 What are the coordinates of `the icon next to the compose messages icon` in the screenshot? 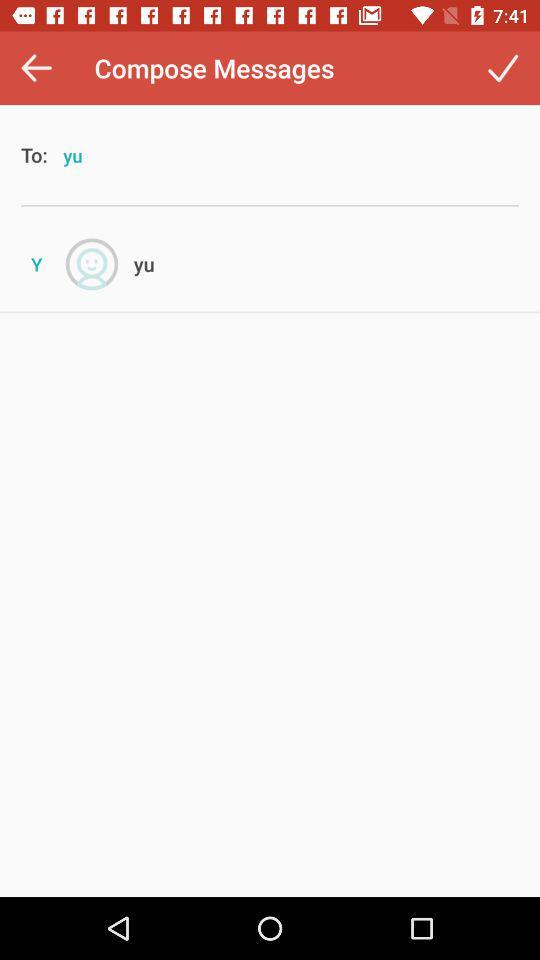 It's located at (36, 68).